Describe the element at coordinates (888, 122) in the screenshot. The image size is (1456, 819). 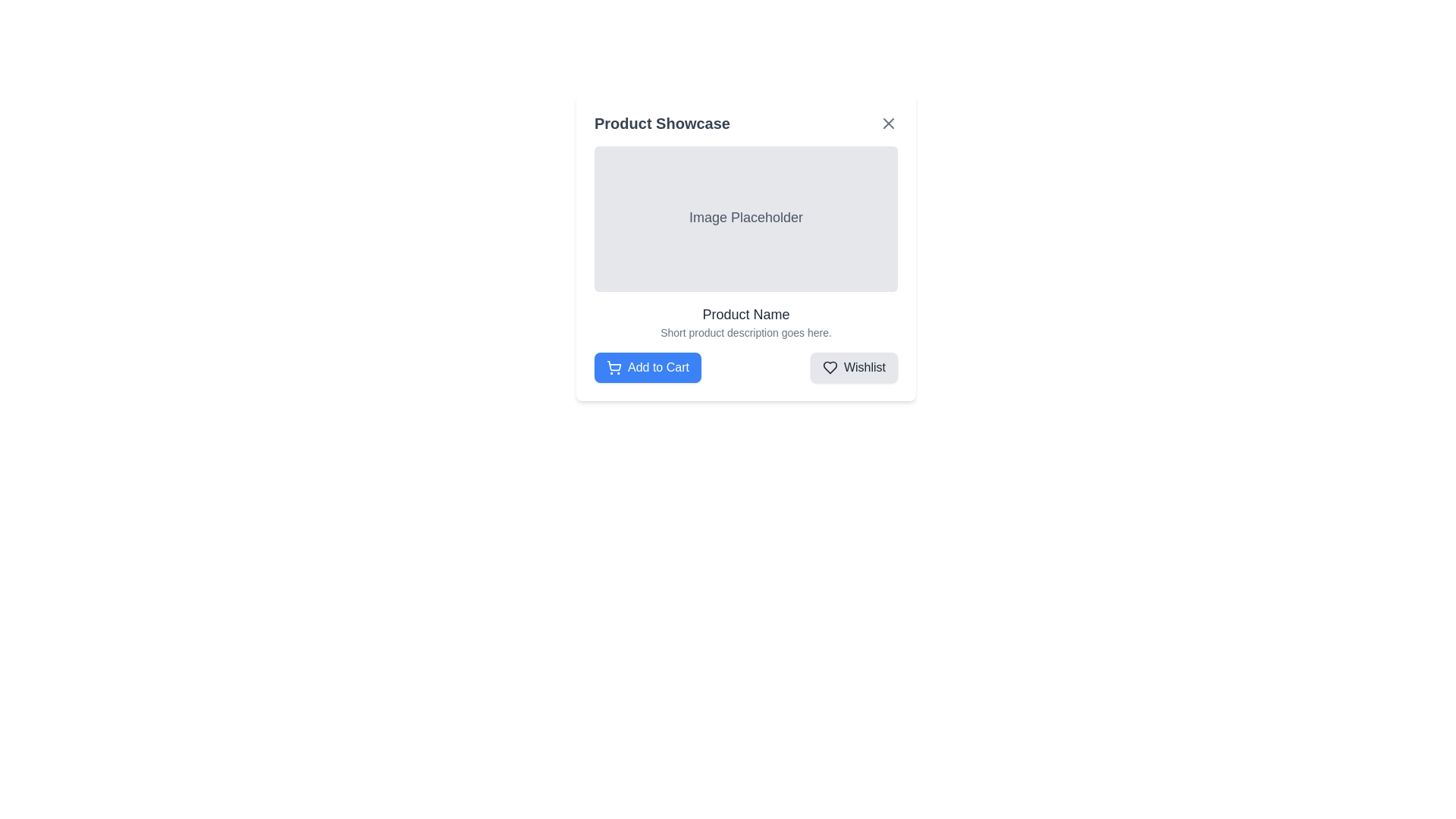
I see `the close button located at the top-right corner of the 'Product Showcase' card to observe a color change` at that location.